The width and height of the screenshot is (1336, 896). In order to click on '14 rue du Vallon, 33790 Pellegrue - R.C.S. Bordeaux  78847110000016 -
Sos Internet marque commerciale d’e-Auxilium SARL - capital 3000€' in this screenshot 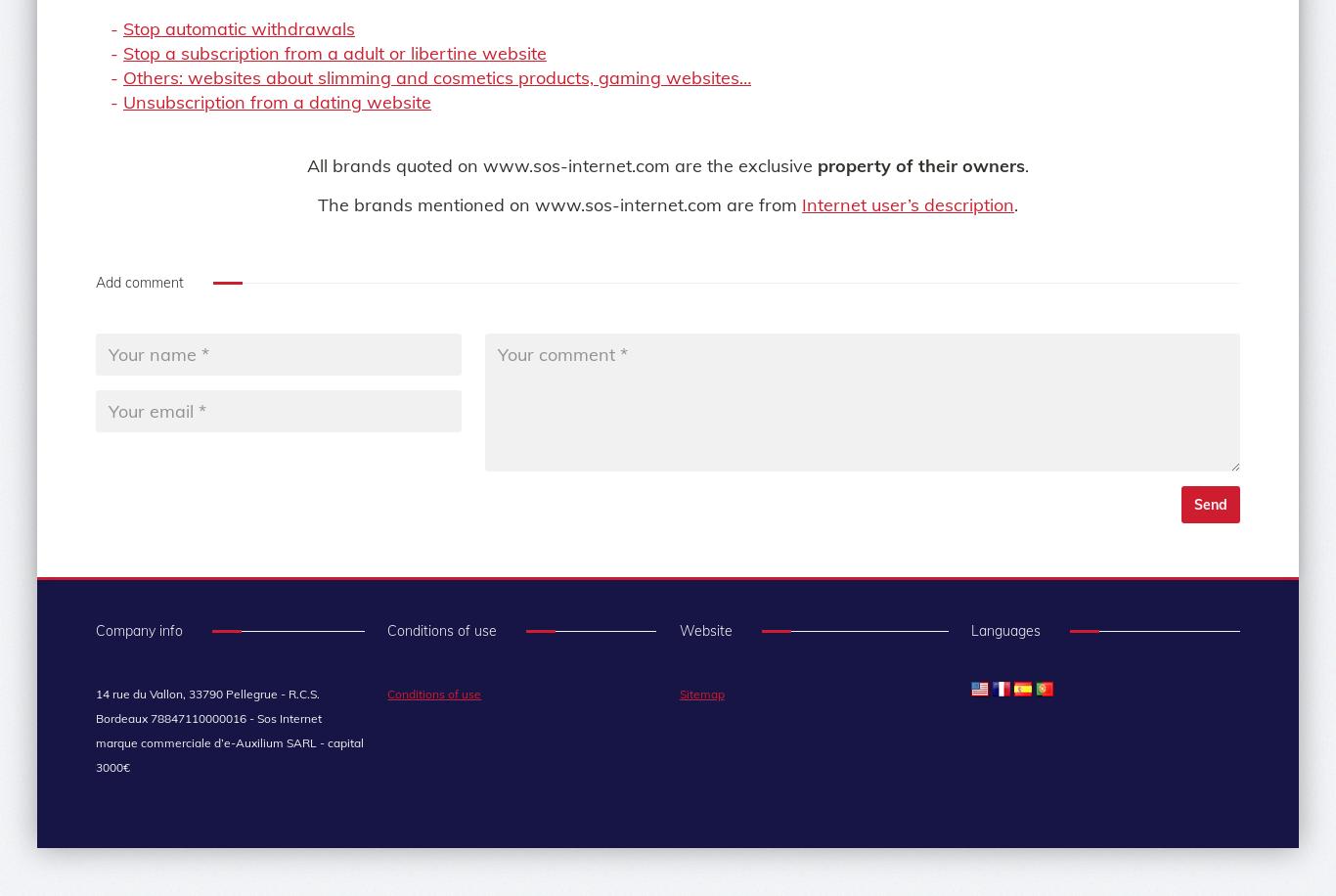, I will do `click(95, 729)`.